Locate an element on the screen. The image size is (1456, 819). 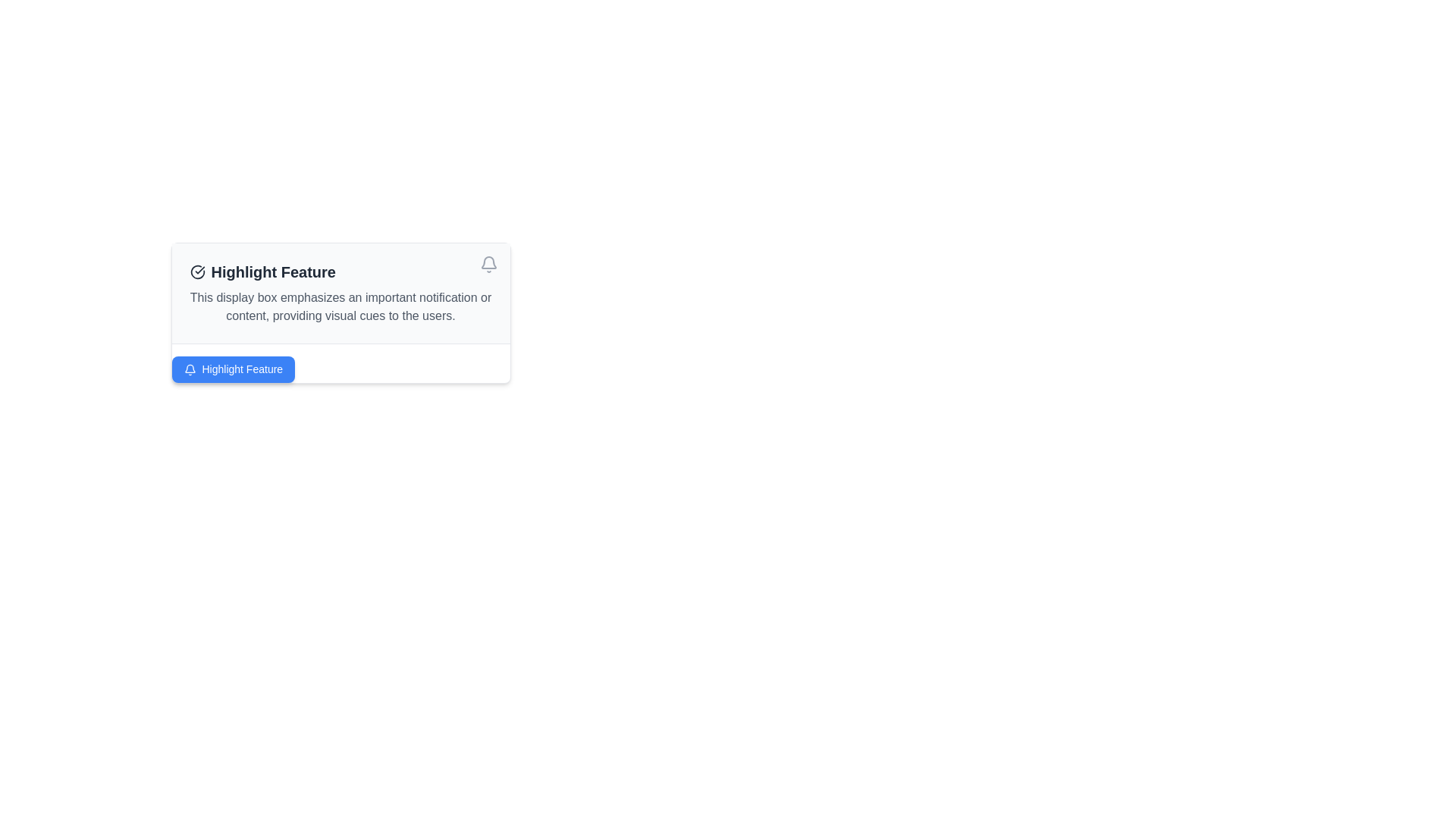
the unique blue button labeled 'Highlight Feature' with a bell icon is located at coordinates (232, 369).